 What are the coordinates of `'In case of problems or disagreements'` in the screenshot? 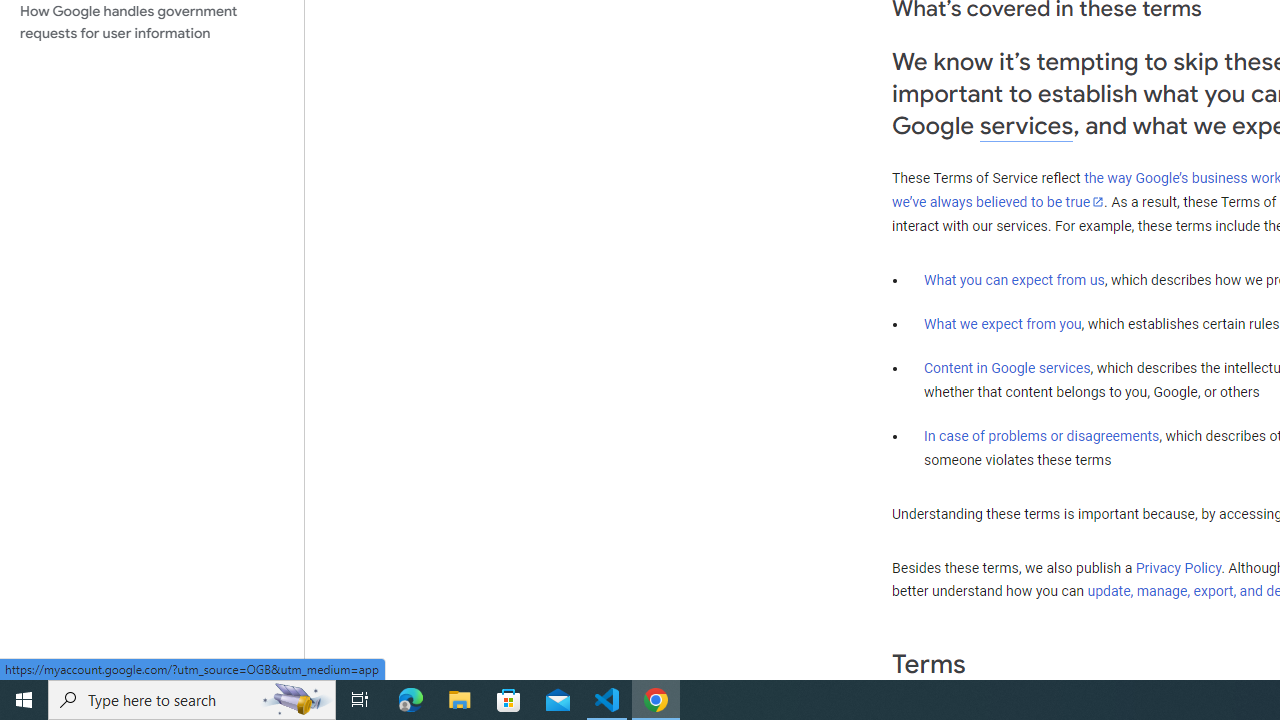 It's located at (1040, 434).